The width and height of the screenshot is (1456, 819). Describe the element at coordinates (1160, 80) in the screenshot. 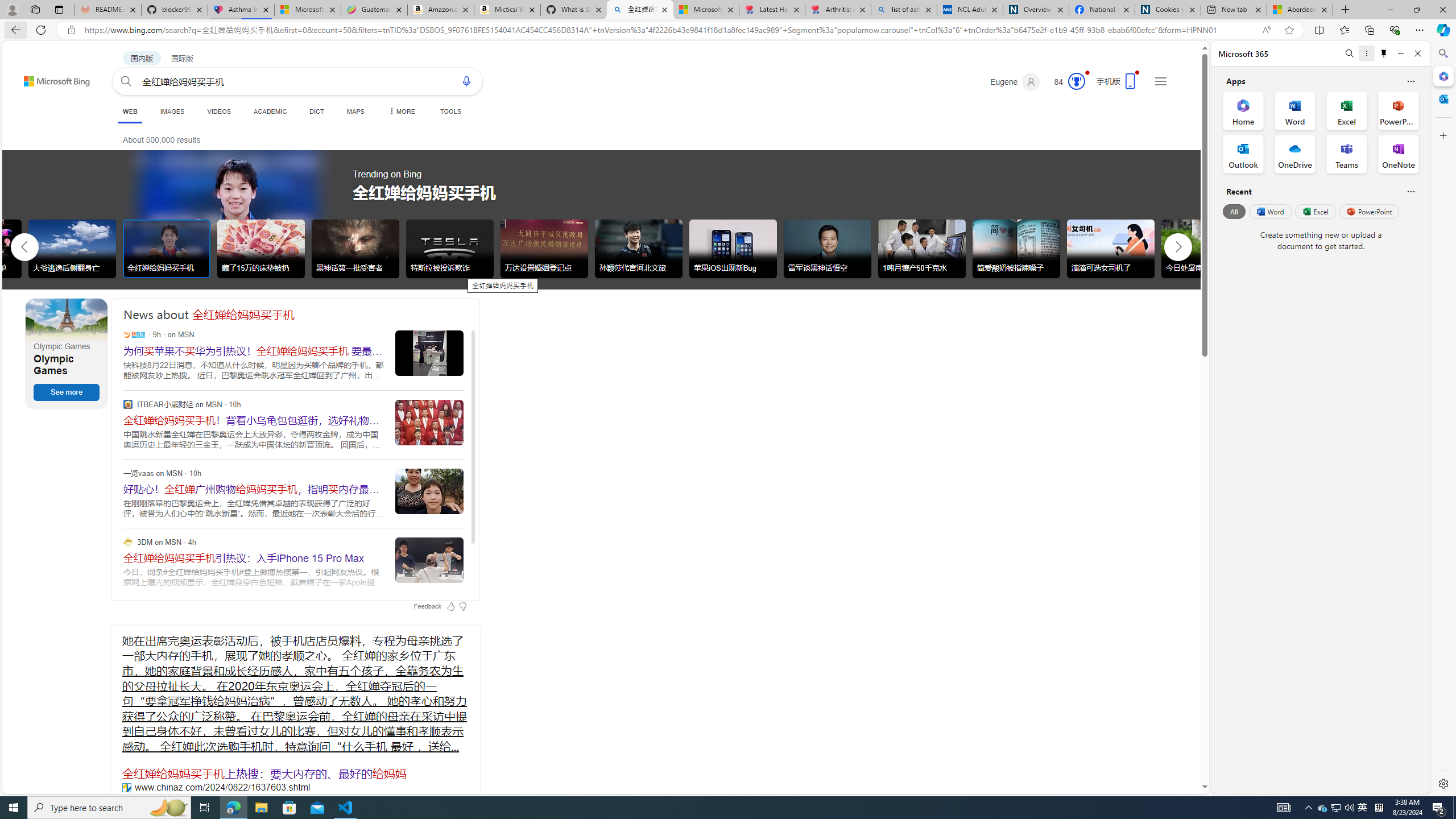

I see `'Settings and quick links'` at that location.